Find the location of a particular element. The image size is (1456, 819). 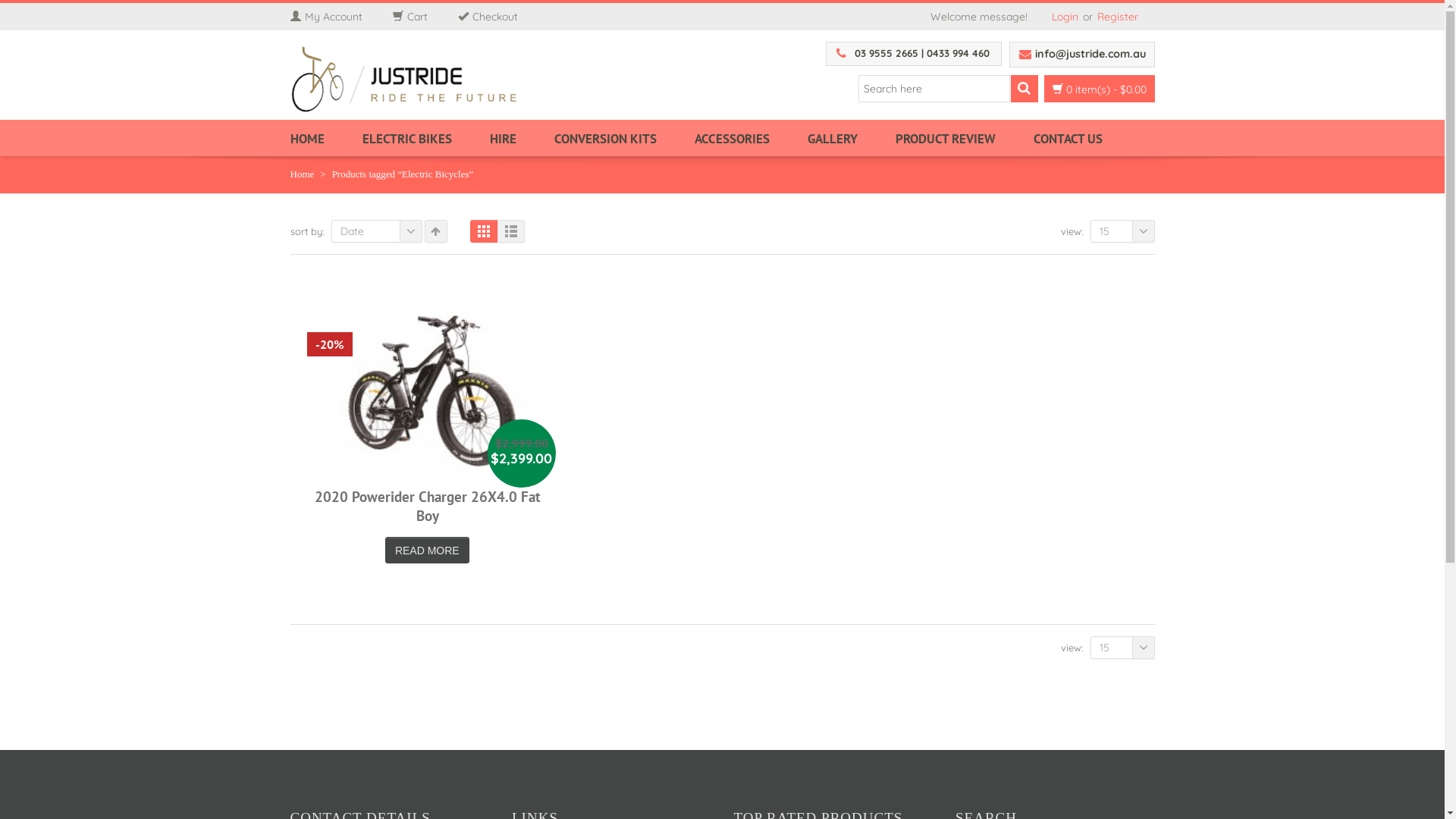

'CONTACT US' is located at coordinates (1076, 137).